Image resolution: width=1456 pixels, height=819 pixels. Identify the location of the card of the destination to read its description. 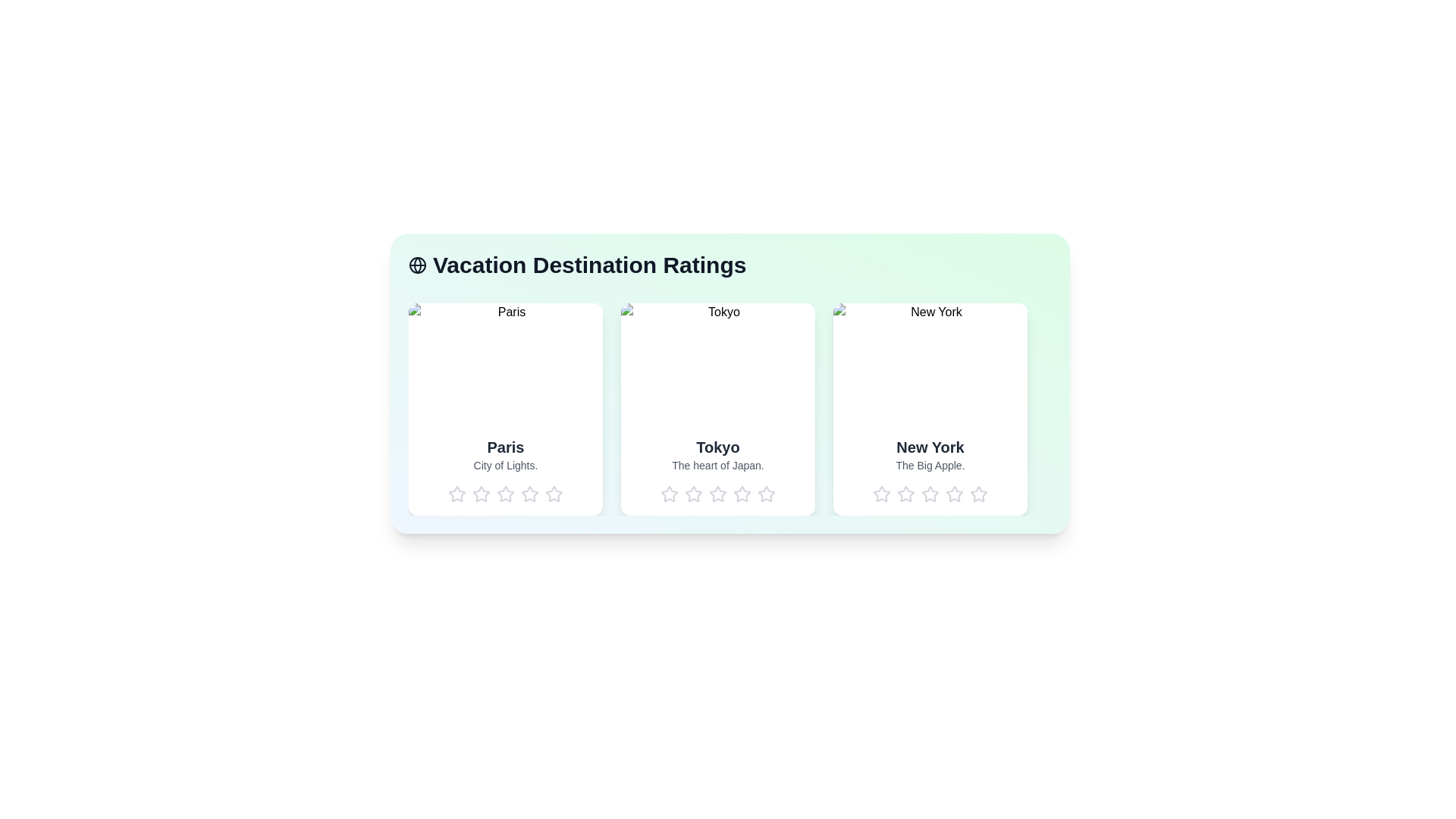
(506, 409).